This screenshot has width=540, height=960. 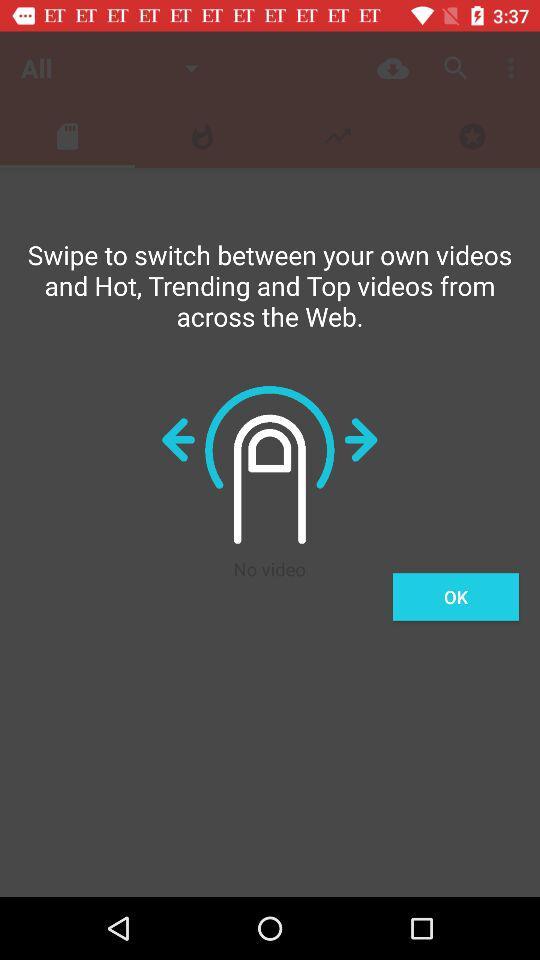 What do you see at coordinates (455, 597) in the screenshot?
I see `ok` at bounding box center [455, 597].